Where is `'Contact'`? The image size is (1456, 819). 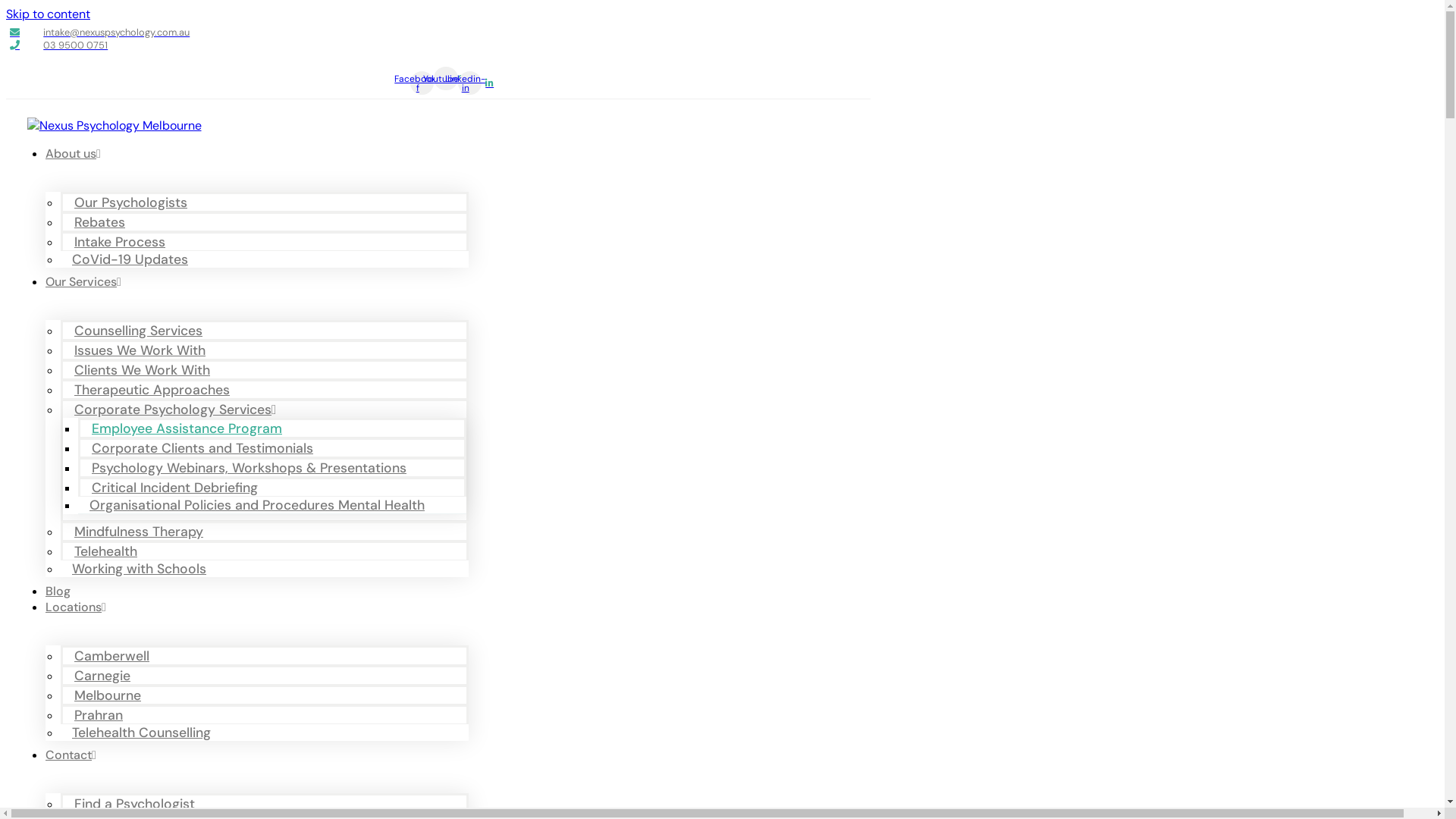 'Contact' is located at coordinates (70, 755).